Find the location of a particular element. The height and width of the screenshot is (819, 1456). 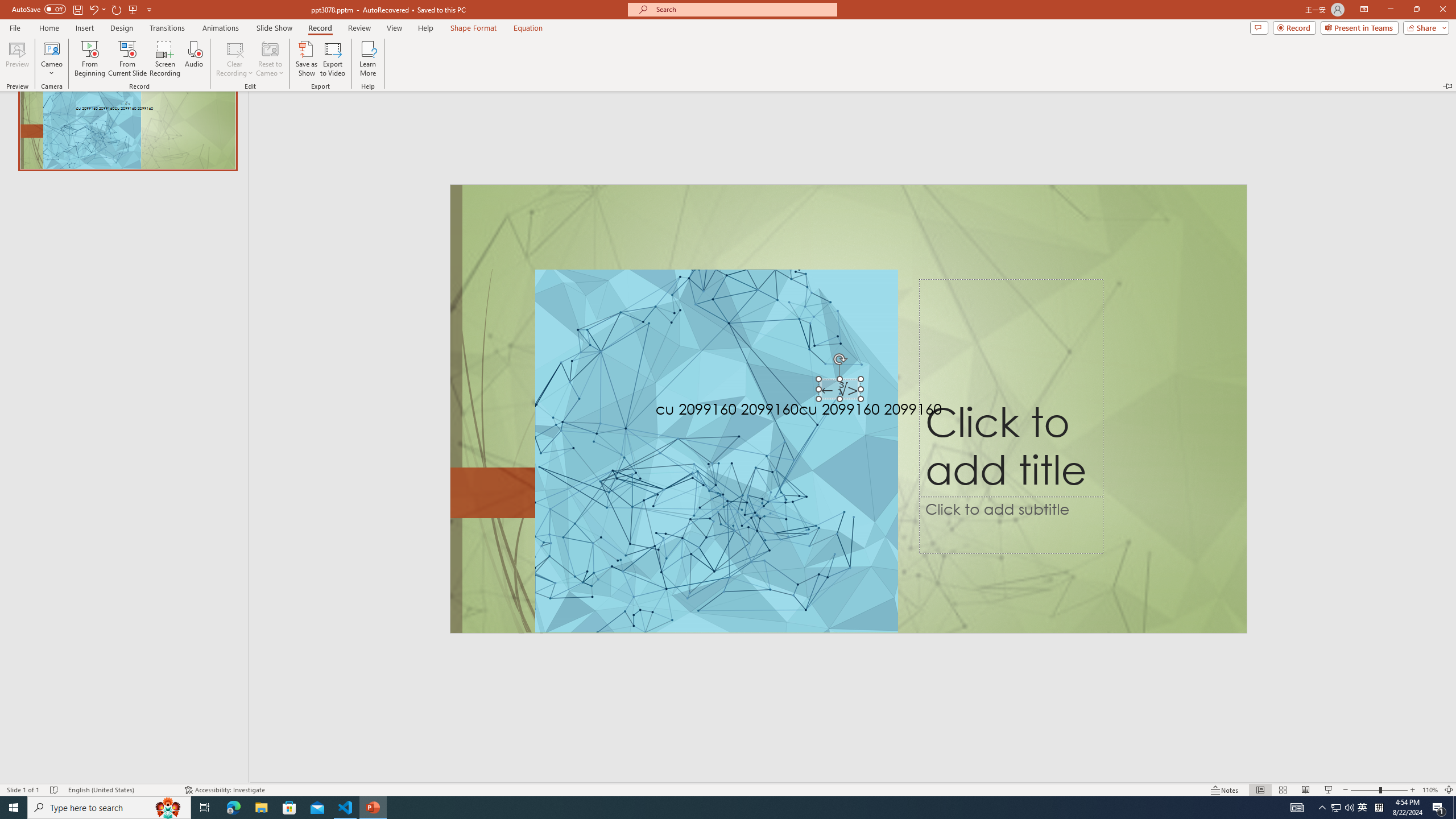

'Tray Input Indicator - Chinese (Simplified, China)' is located at coordinates (1379, 806).